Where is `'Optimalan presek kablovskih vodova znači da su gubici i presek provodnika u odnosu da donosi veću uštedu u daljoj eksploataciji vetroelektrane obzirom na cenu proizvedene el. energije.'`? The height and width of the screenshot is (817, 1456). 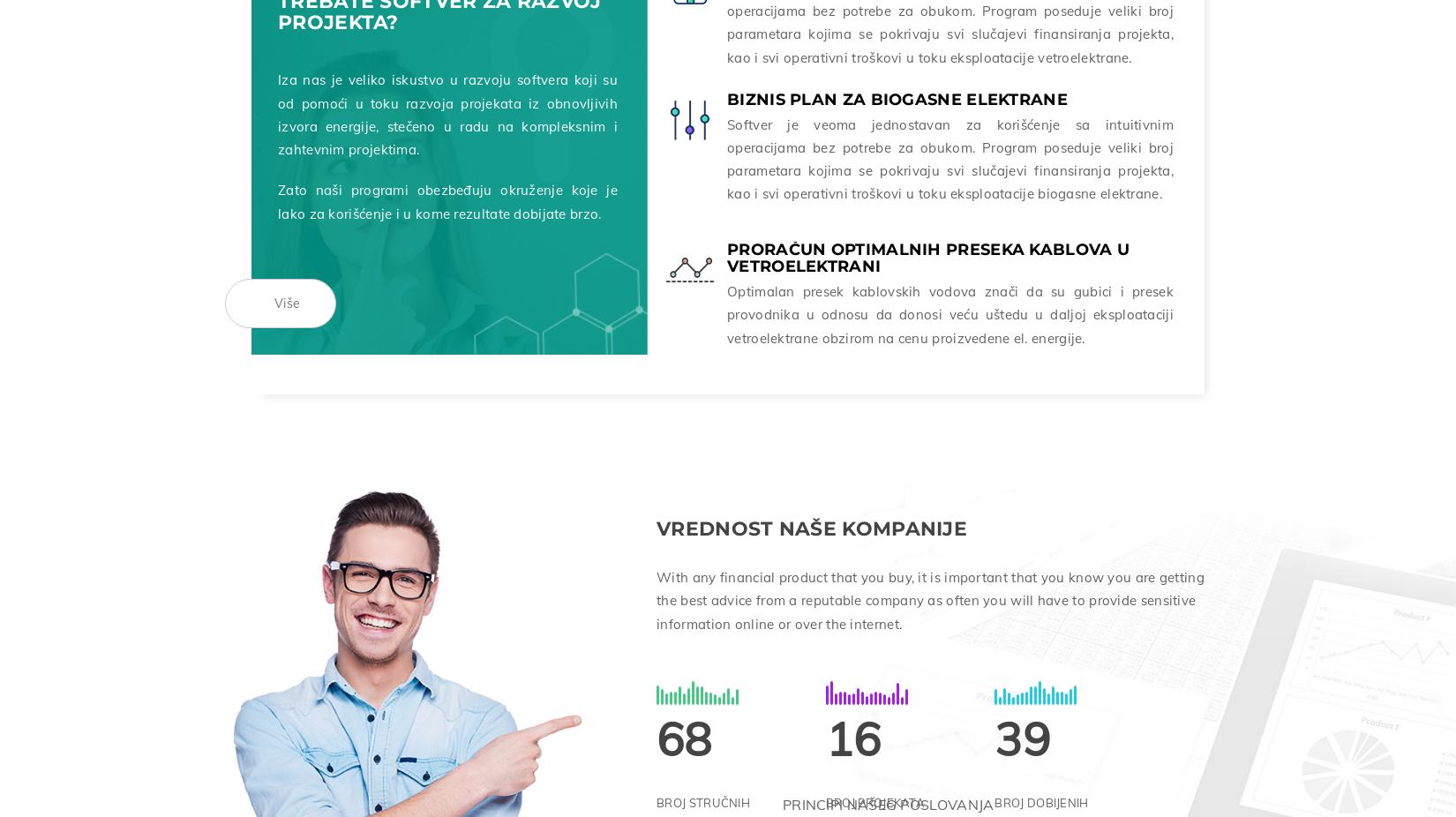 'Optimalan presek kablovskih vodova znači da su gubici i presek provodnika u odnosu da donosi veću uštedu u daljoj eksploataciji vetroelektrane obzirom na cenu proizvedene el. energije.' is located at coordinates (949, 311).